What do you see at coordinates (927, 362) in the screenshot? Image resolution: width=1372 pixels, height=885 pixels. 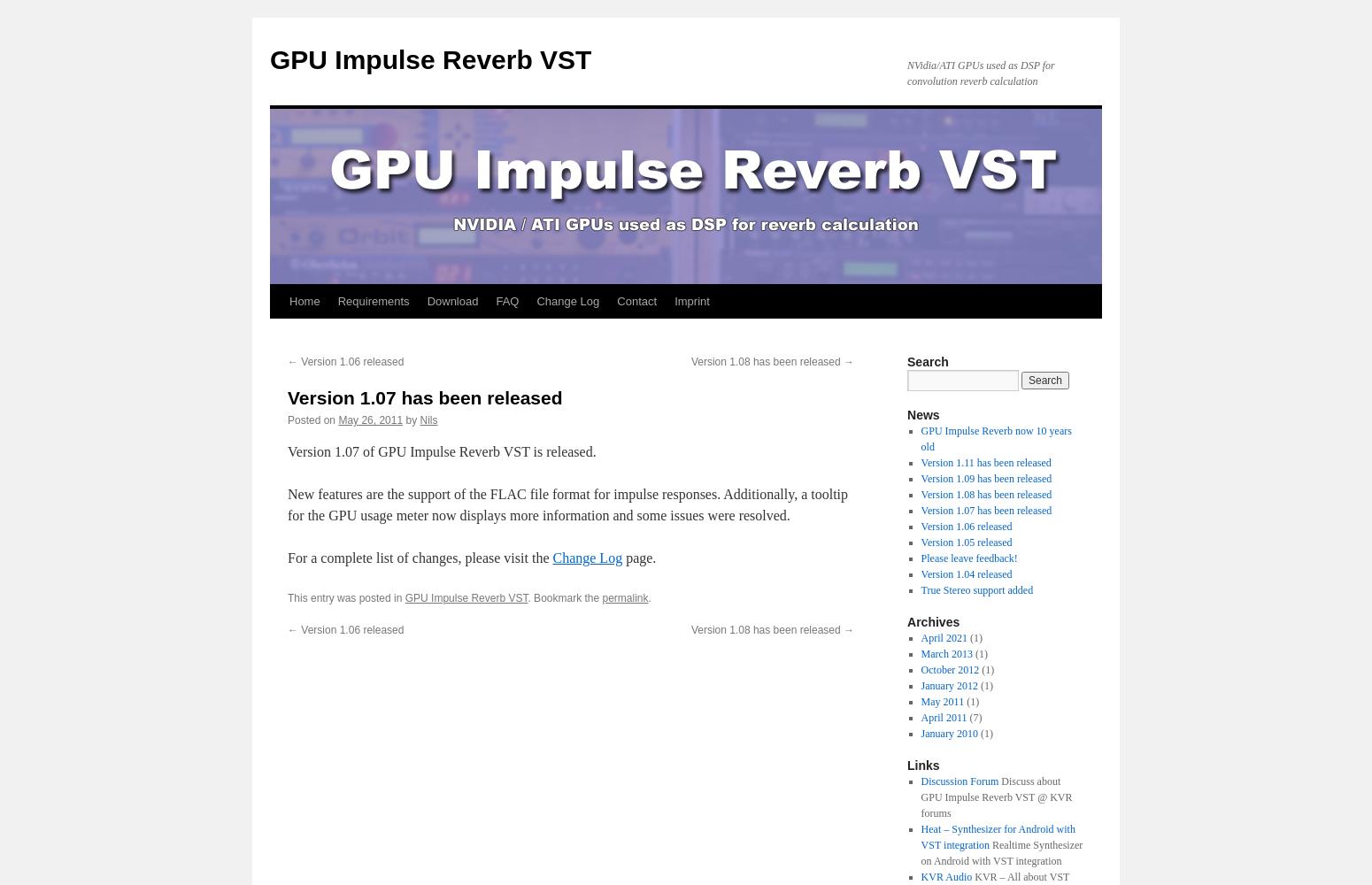 I see `'Search'` at bounding box center [927, 362].